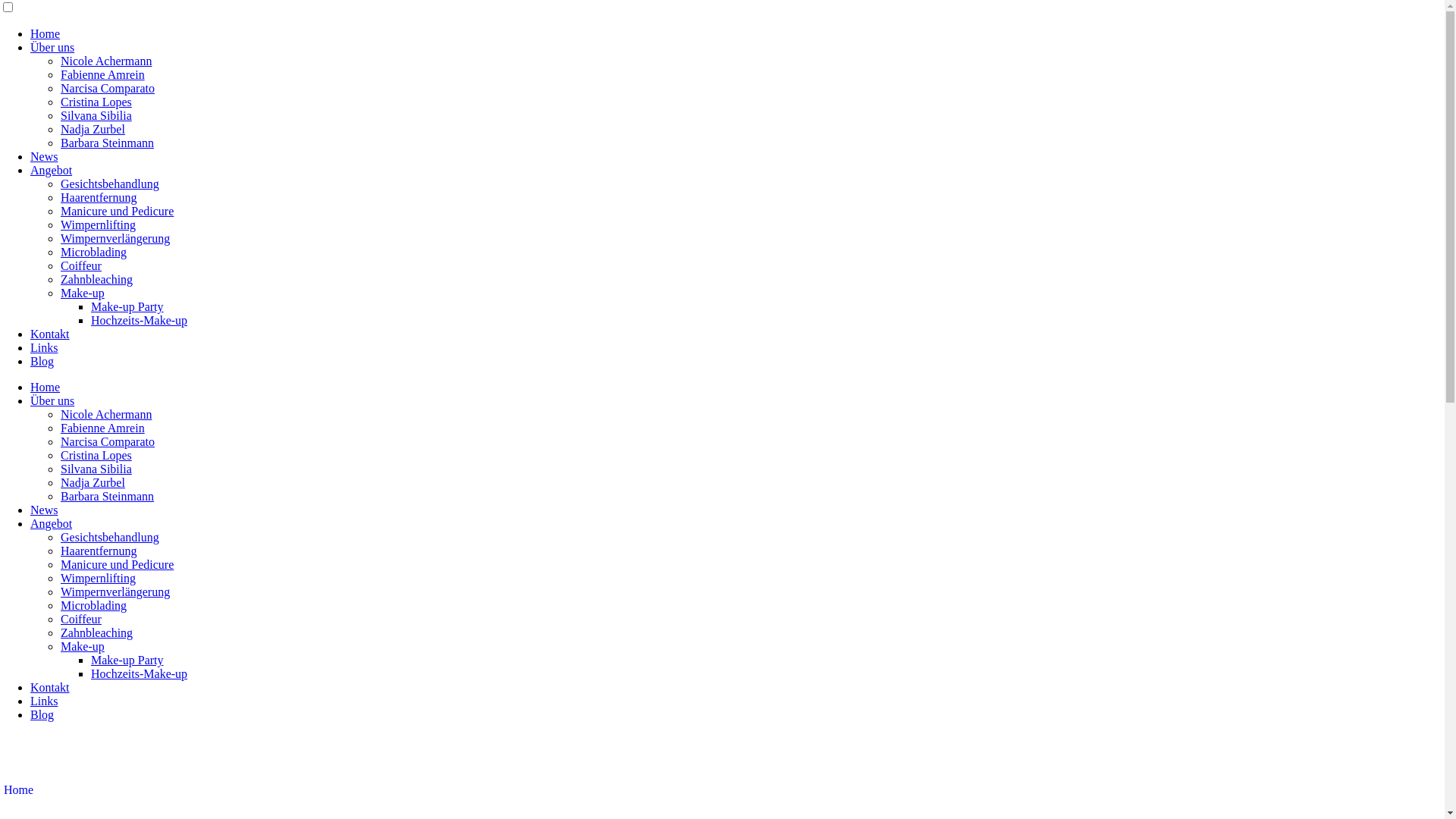 This screenshot has height=819, width=1456. What do you see at coordinates (51, 522) in the screenshot?
I see `'Angebot'` at bounding box center [51, 522].